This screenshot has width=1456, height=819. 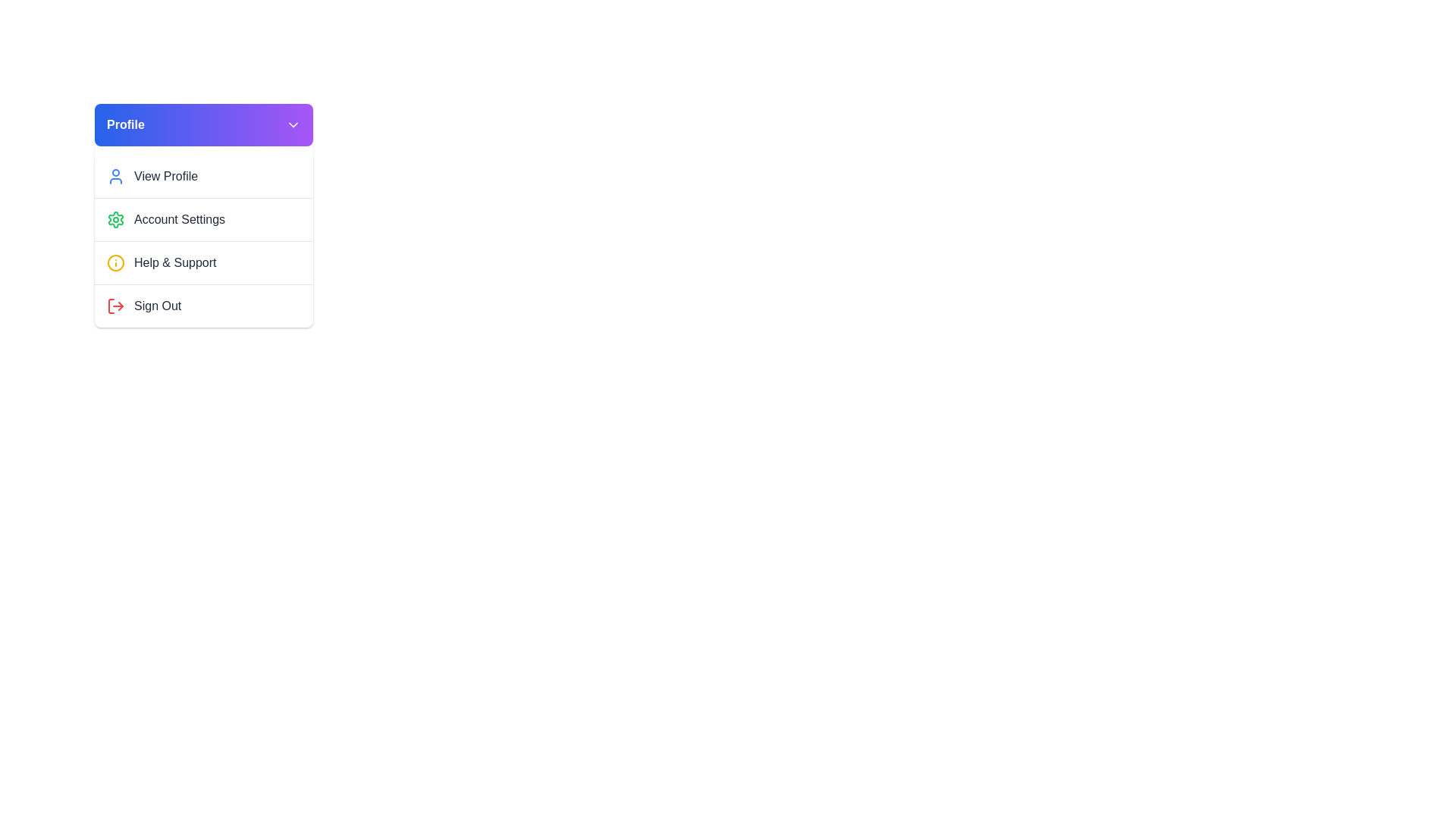 What do you see at coordinates (293, 124) in the screenshot?
I see `the downward-facing chevron icon button located in the 'Profile' header to trigger visual feedback indicating interactivity` at bounding box center [293, 124].